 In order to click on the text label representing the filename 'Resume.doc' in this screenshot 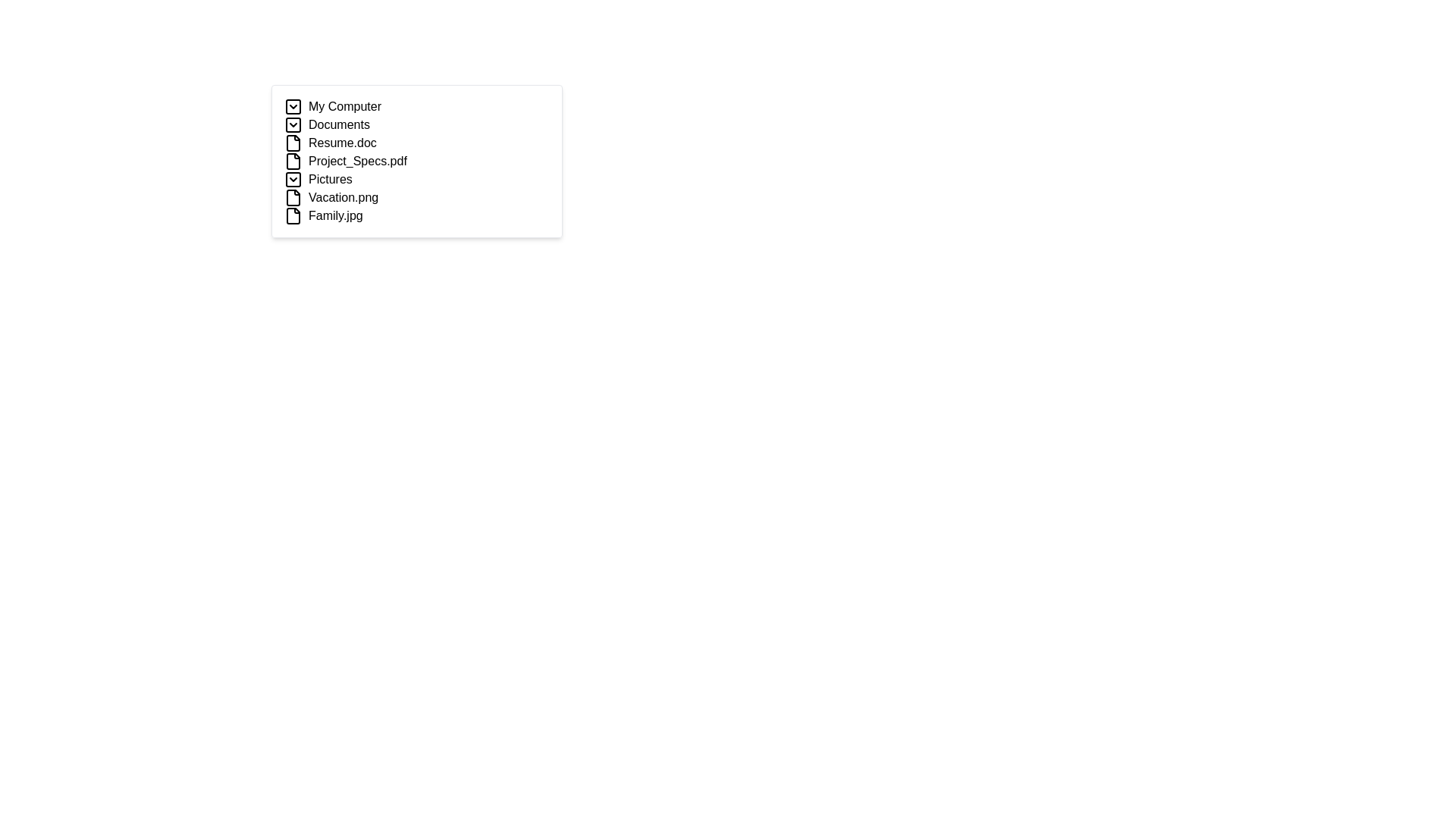, I will do `click(341, 143)`.